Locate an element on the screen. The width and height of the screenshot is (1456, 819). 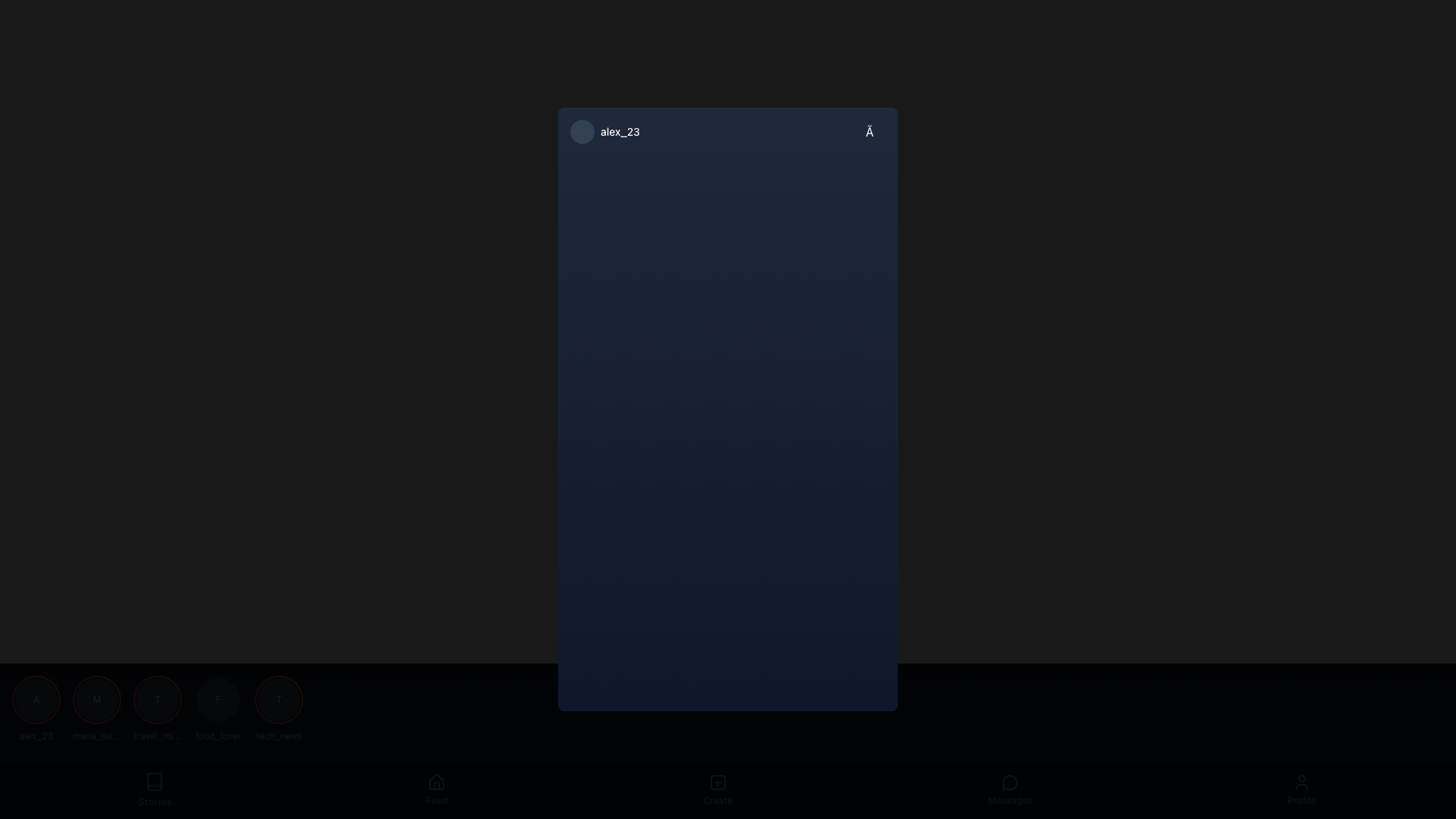
the fourth circular avatar or button in the horizontally scrollable bar at the bottom of the interface is located at coordinates (157, 699).